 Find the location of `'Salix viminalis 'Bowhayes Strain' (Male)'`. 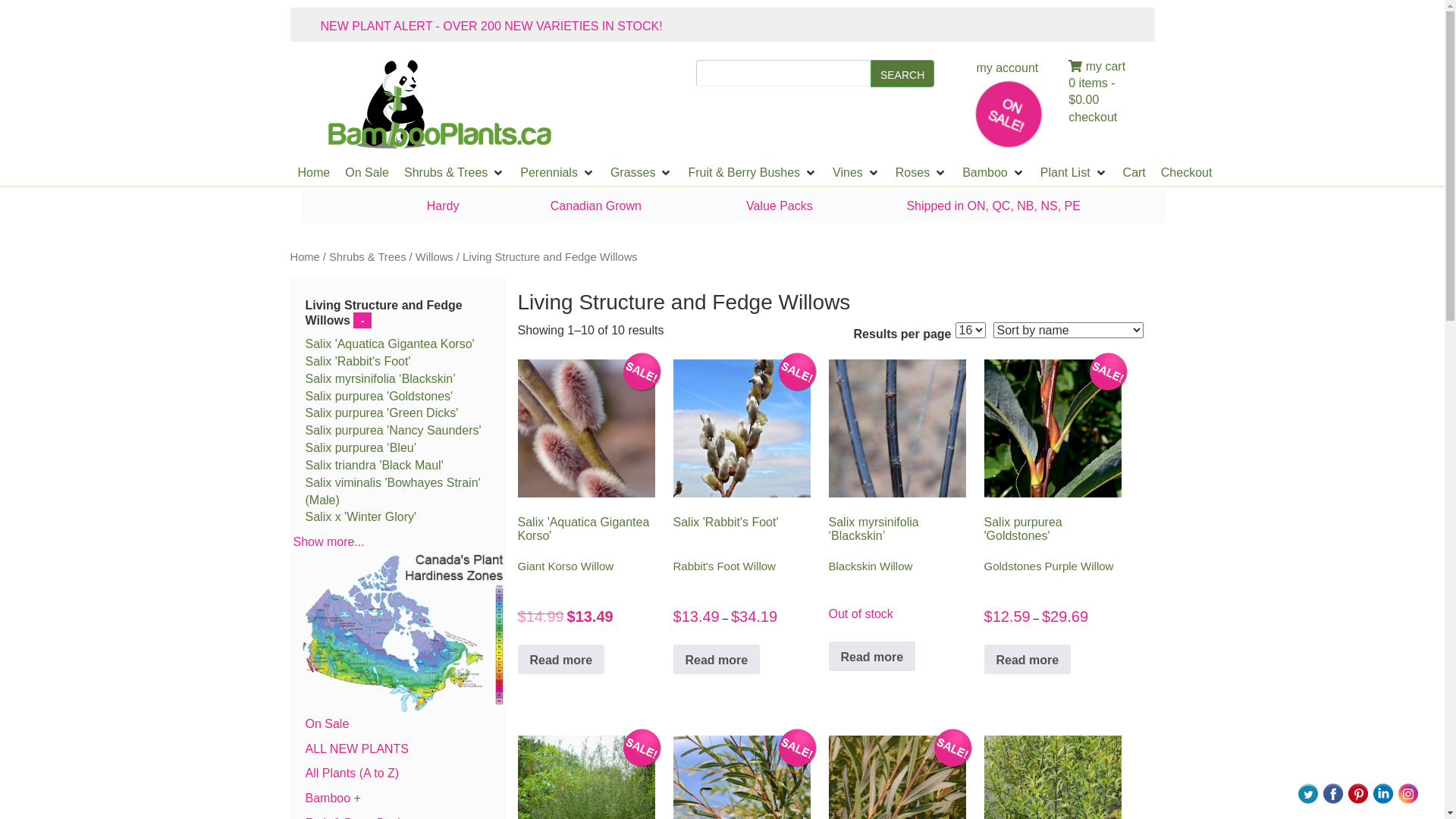

'Salix viminalis 'Bowhayes Strain' (Male)' is located at coordinates (392, 491).